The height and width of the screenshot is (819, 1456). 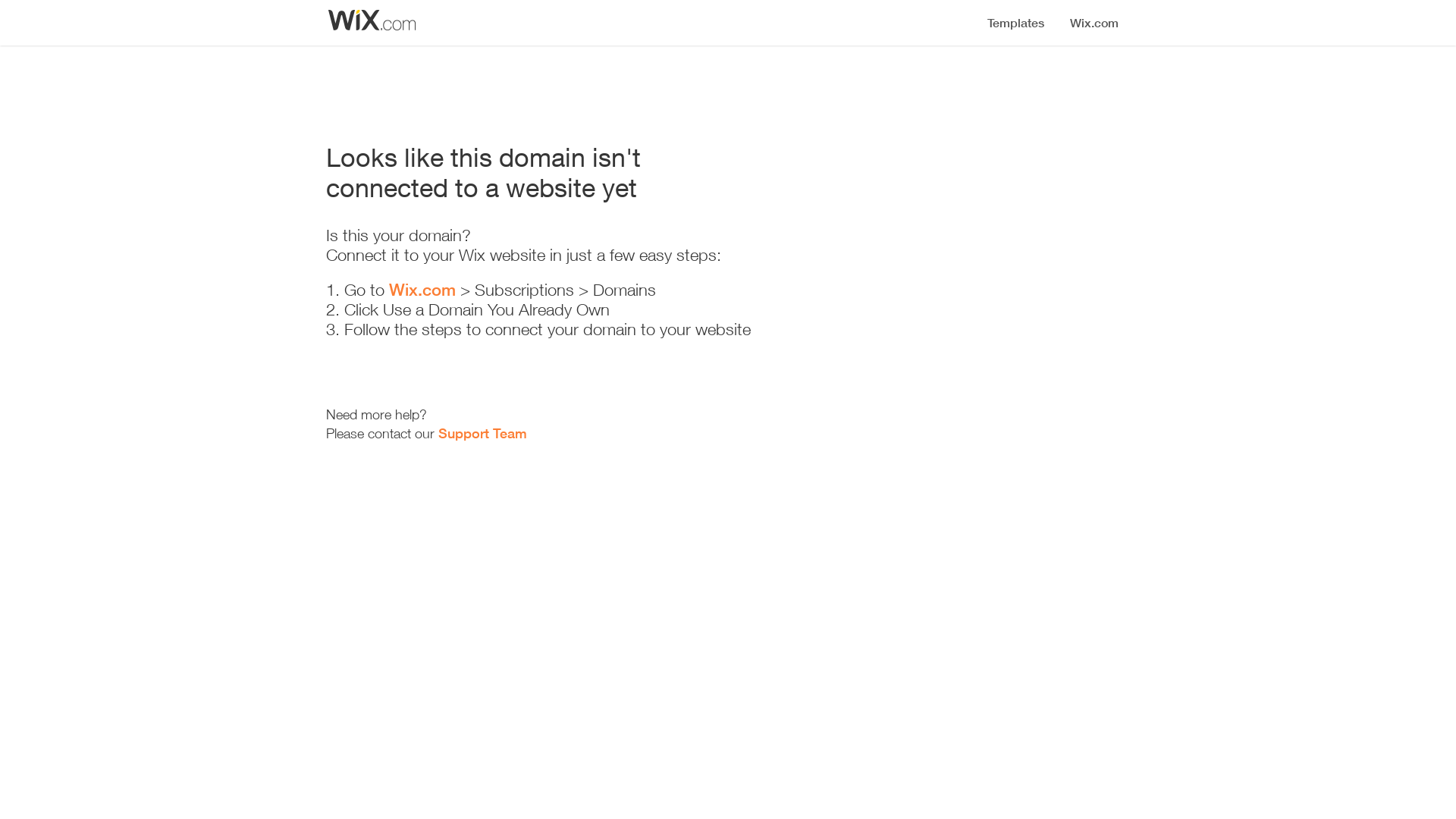 I want to click on 'Wix.com', so click(x=422, y=289).